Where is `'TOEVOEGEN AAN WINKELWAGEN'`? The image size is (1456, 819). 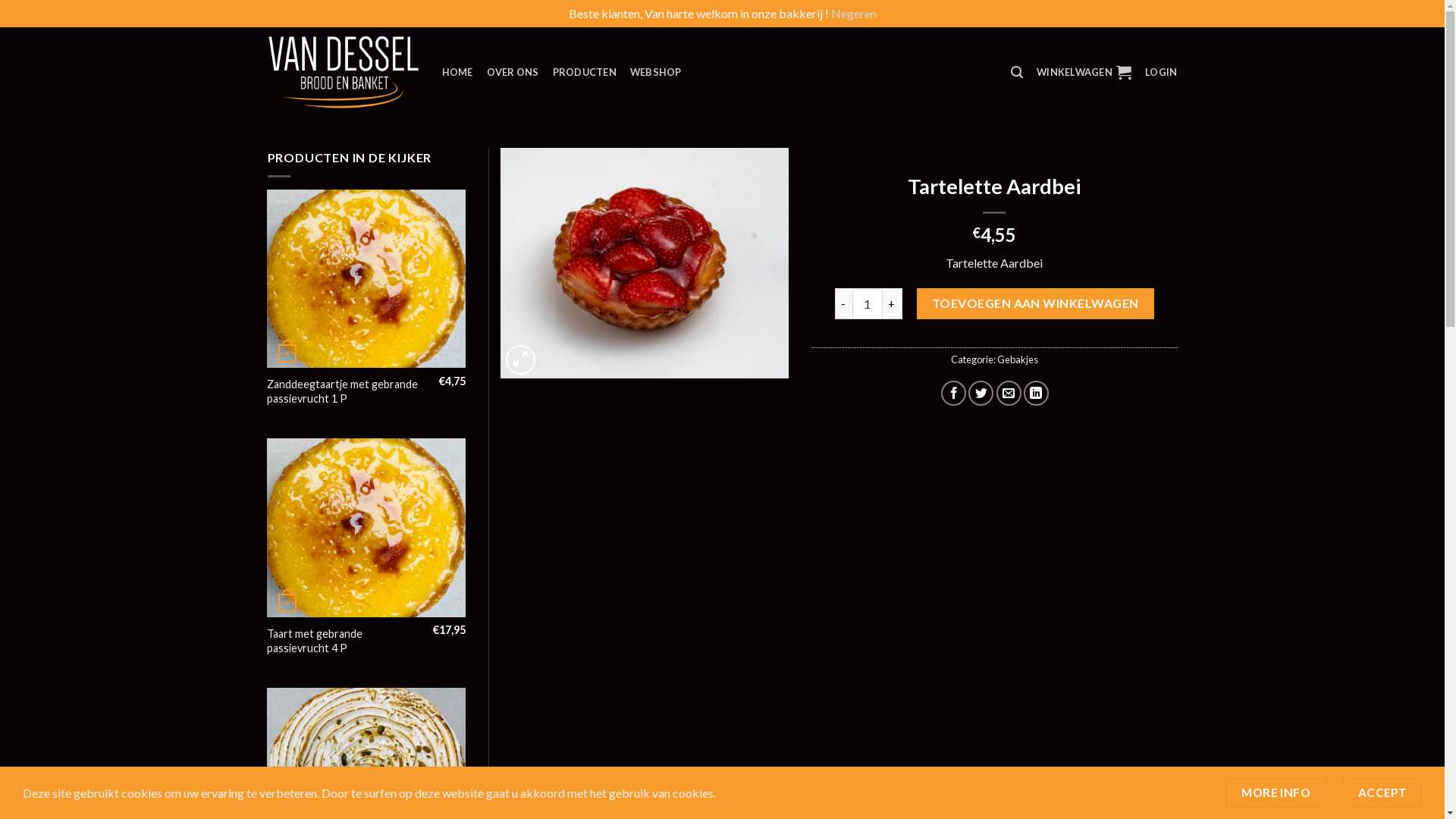
'TOEVOEGEN AAN WINKELWAGEN' is located at coordinates (1034, 303).